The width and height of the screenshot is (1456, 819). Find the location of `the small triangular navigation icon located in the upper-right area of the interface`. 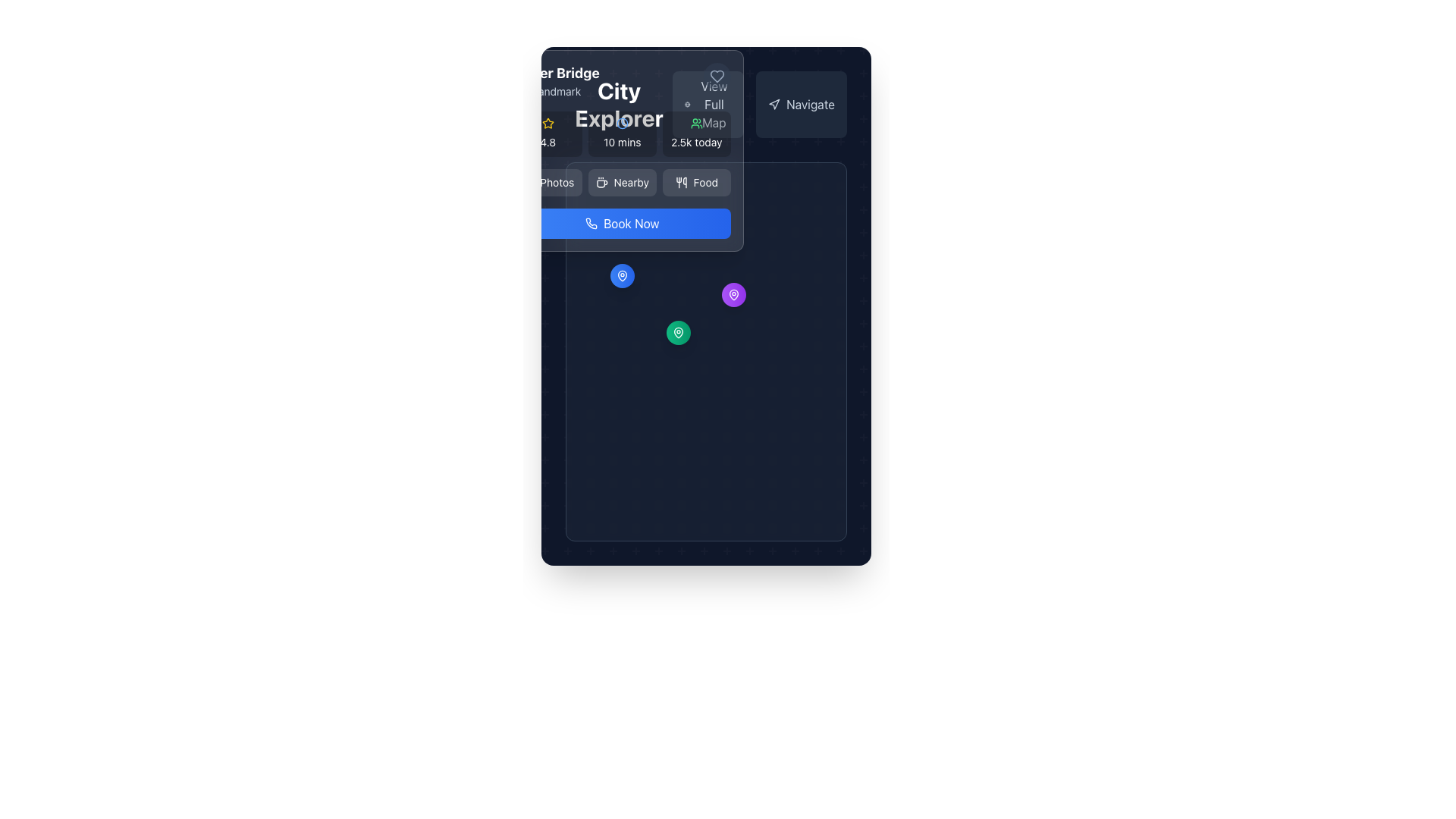

the small triangular navigation icon located in the upper-right area of the interface is located at coordinates (774, 103).